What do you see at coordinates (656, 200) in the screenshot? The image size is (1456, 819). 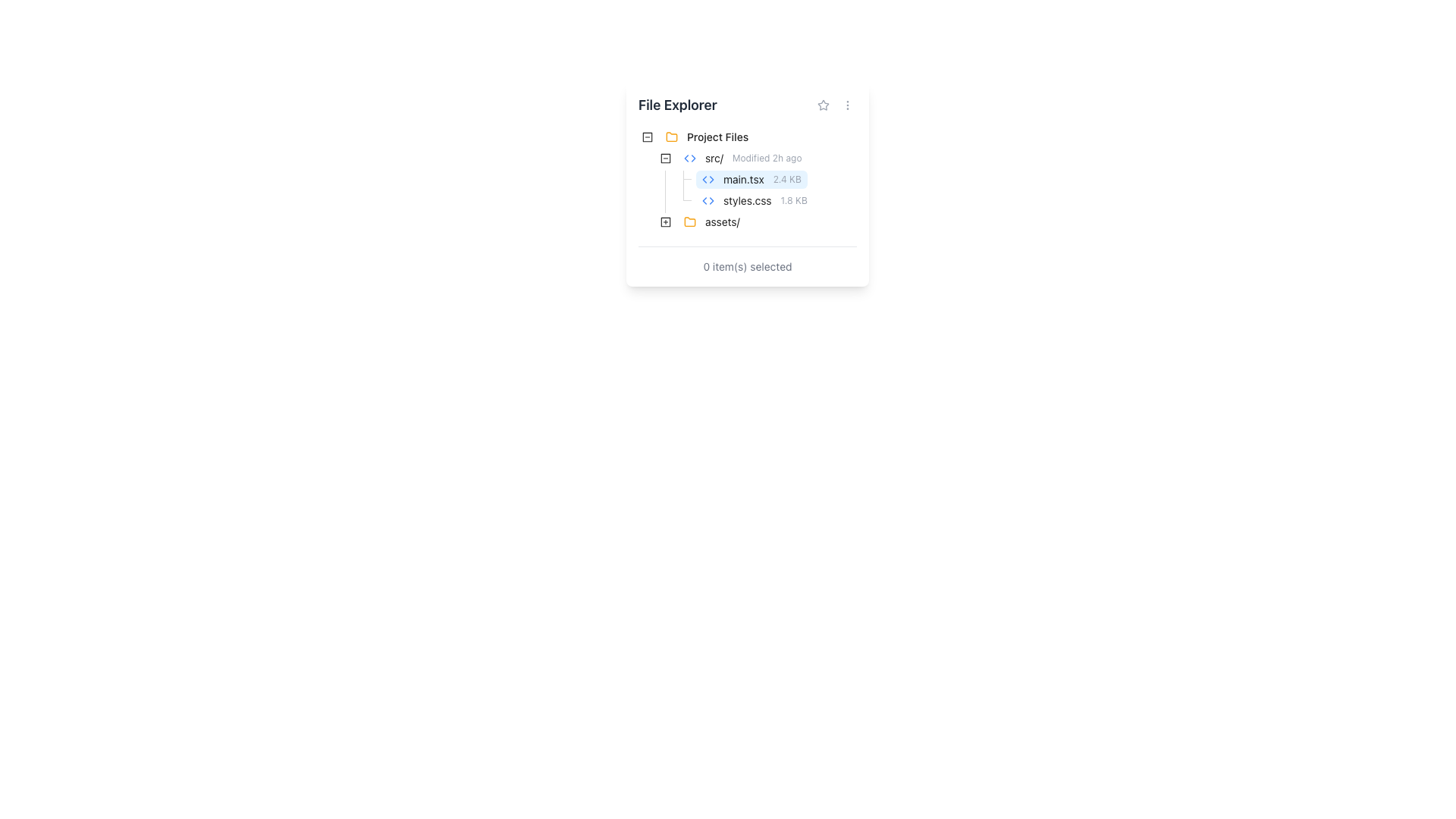 I see `the Tree indent marker located beneath the 'styles.css' file in the tree structure under the 'src/' directory` at bounding box center [656, 200].